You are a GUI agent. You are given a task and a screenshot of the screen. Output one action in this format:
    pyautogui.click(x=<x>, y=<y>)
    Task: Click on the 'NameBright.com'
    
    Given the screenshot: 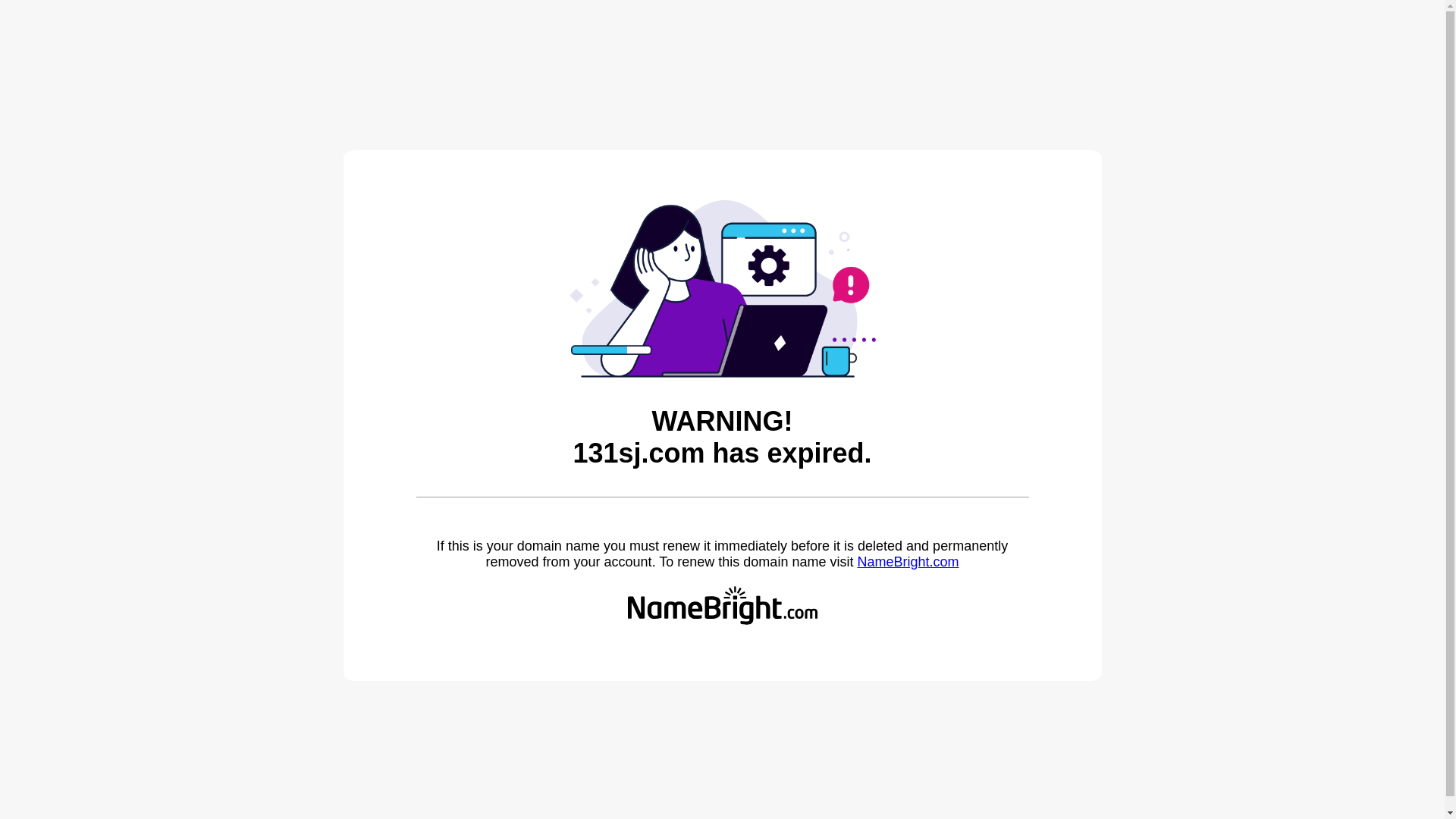 What is the action you would take?
    pyautogui.click(x=907, y=561)
    